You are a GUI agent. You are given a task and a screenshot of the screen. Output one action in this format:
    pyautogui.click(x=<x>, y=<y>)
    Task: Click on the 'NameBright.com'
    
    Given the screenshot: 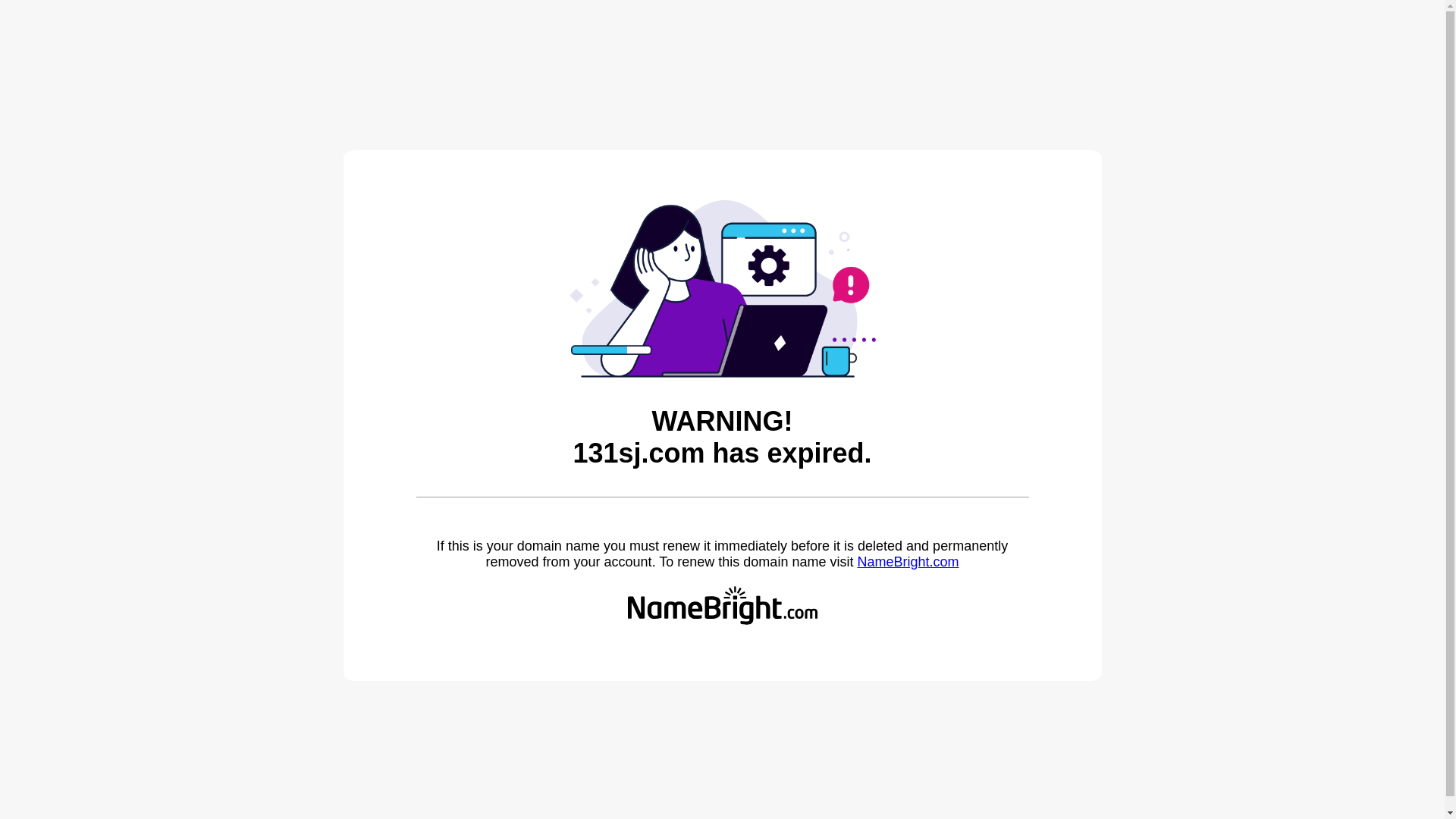 What is the action you would take?
    pyautogui.click(x=907, y=561)
    